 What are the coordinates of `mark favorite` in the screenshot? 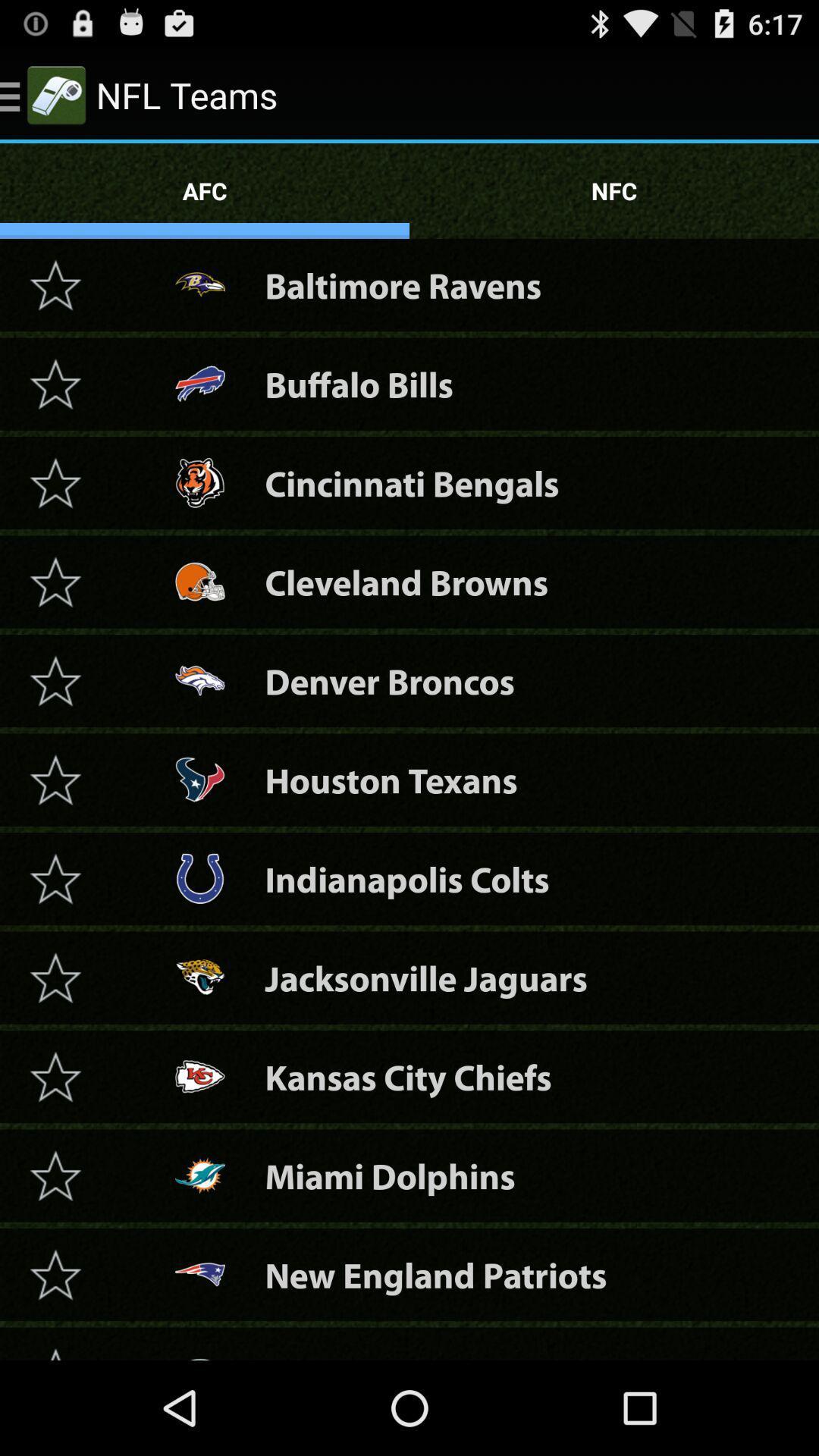 It's located at (55, 384).